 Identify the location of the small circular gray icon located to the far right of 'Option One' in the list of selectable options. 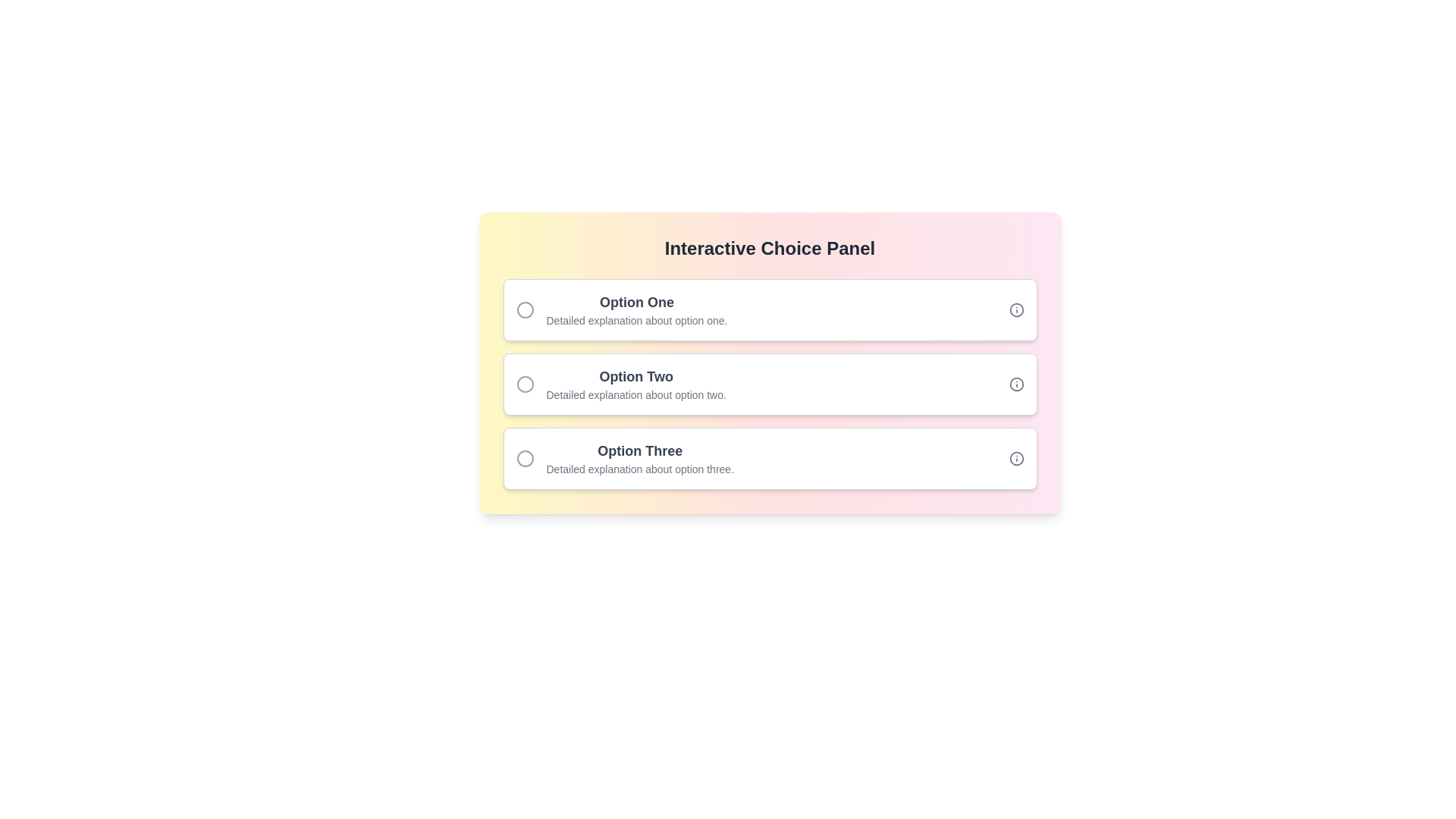
(1016, 309).